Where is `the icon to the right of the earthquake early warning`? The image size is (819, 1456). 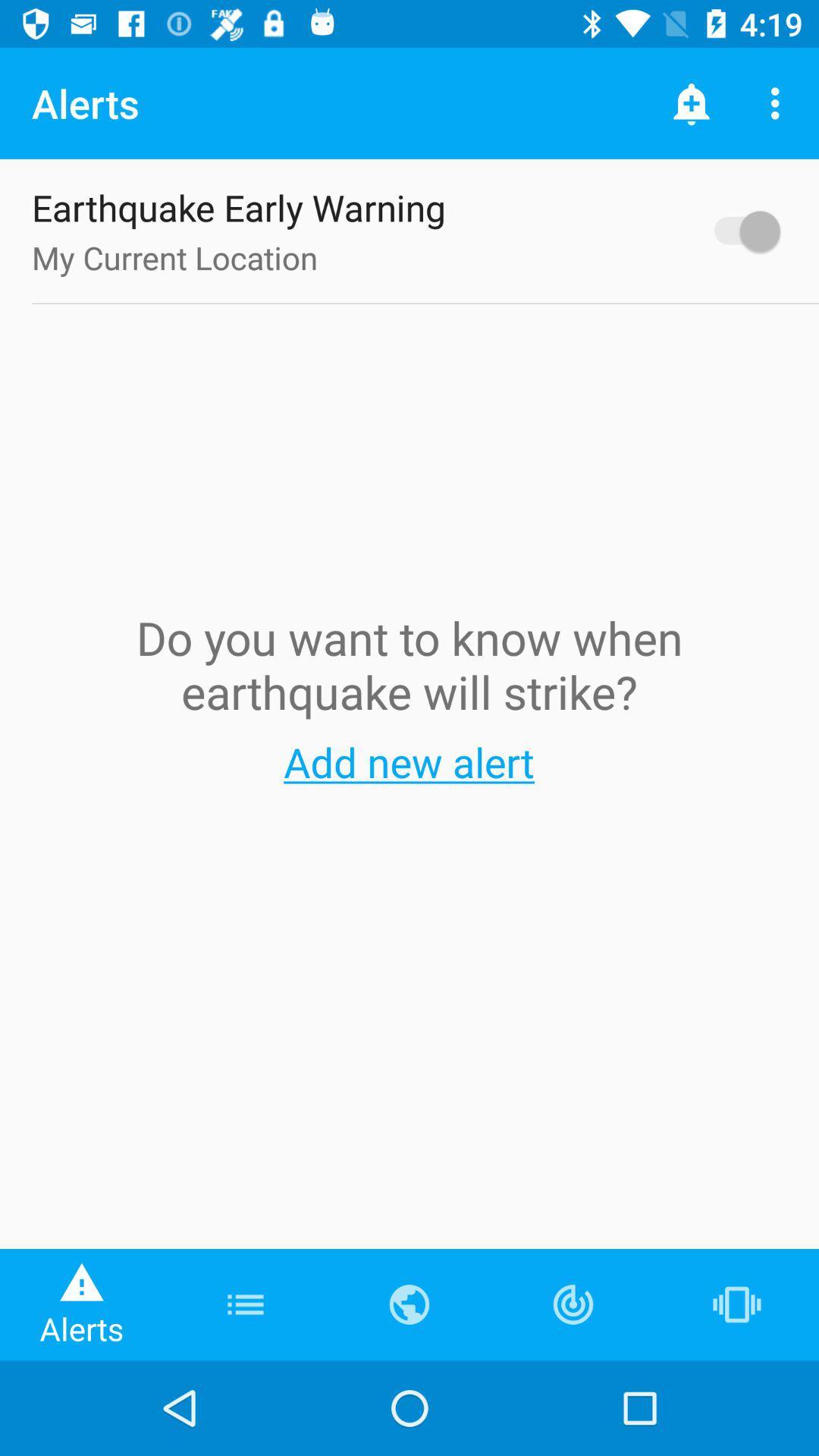
the icon to the right of the earthquake early warning is located at coordinates (739, 230).